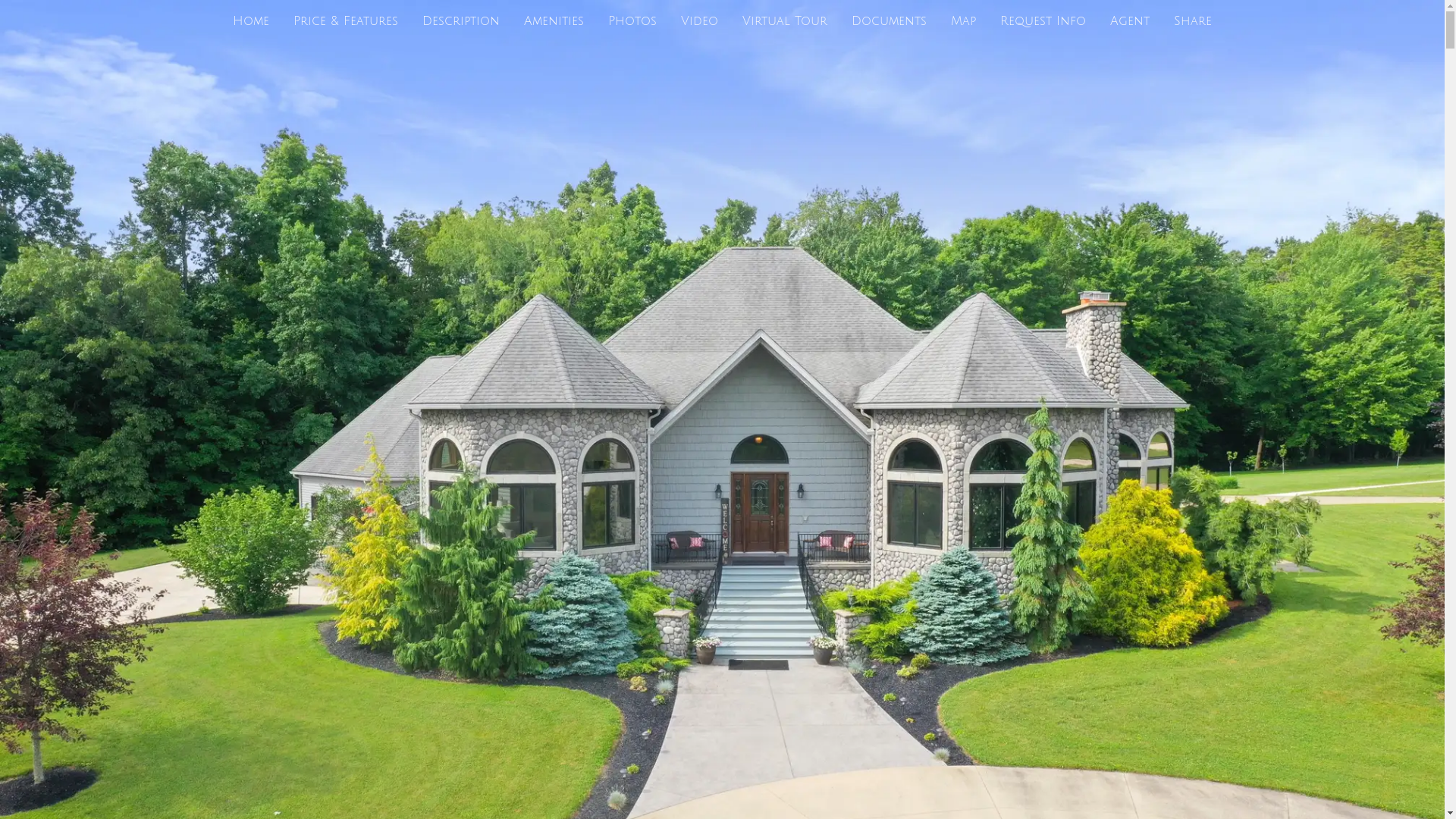  What do you see at coordinates (281, 20) in the screenshot?
I see `'Price & Features'` at bounding box center [281, 20].